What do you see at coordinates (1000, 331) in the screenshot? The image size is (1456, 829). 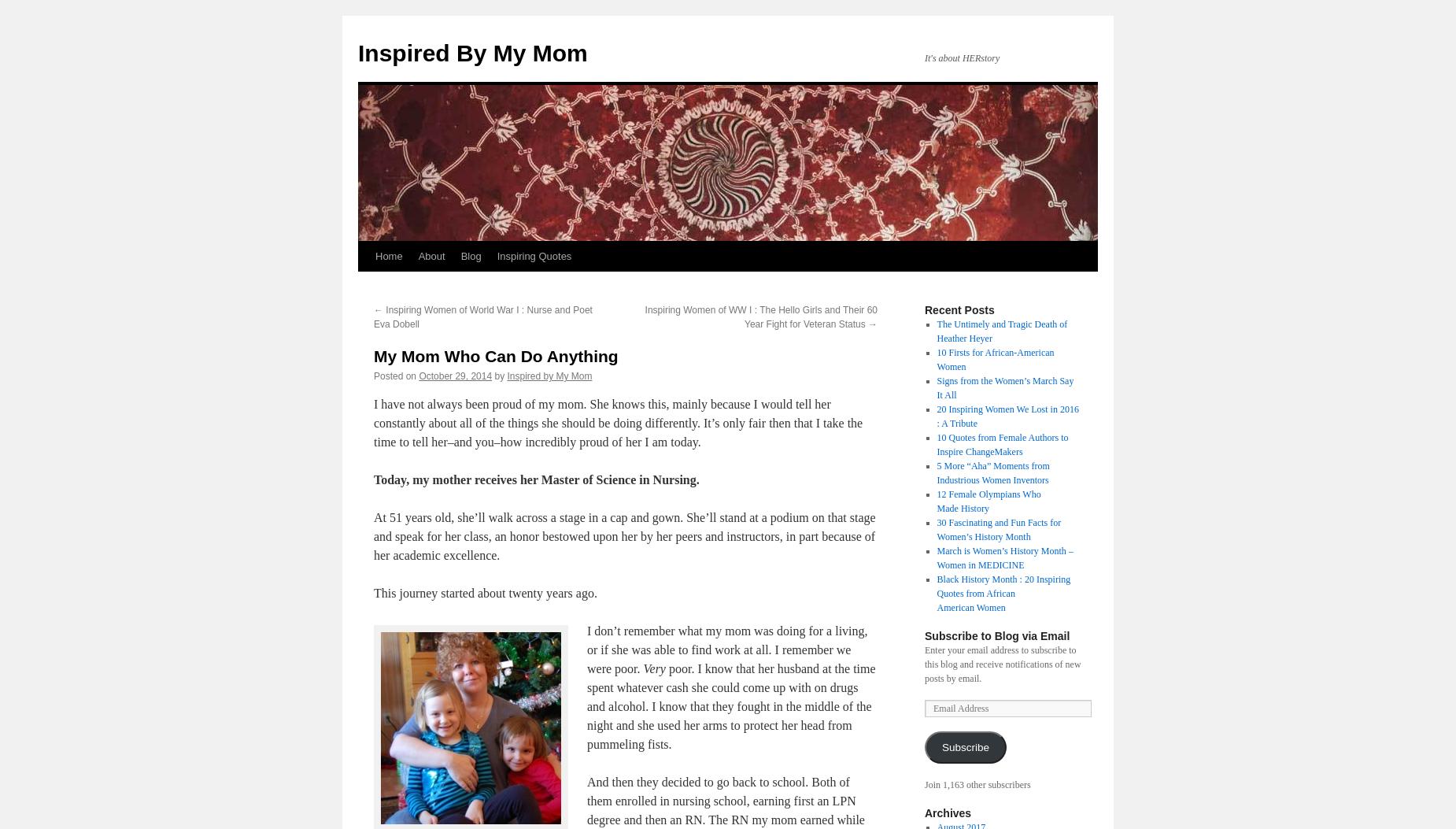 I see `'The Untimely and Tragic Death of Heather Heyer'` at bounding box center [1000, 331].